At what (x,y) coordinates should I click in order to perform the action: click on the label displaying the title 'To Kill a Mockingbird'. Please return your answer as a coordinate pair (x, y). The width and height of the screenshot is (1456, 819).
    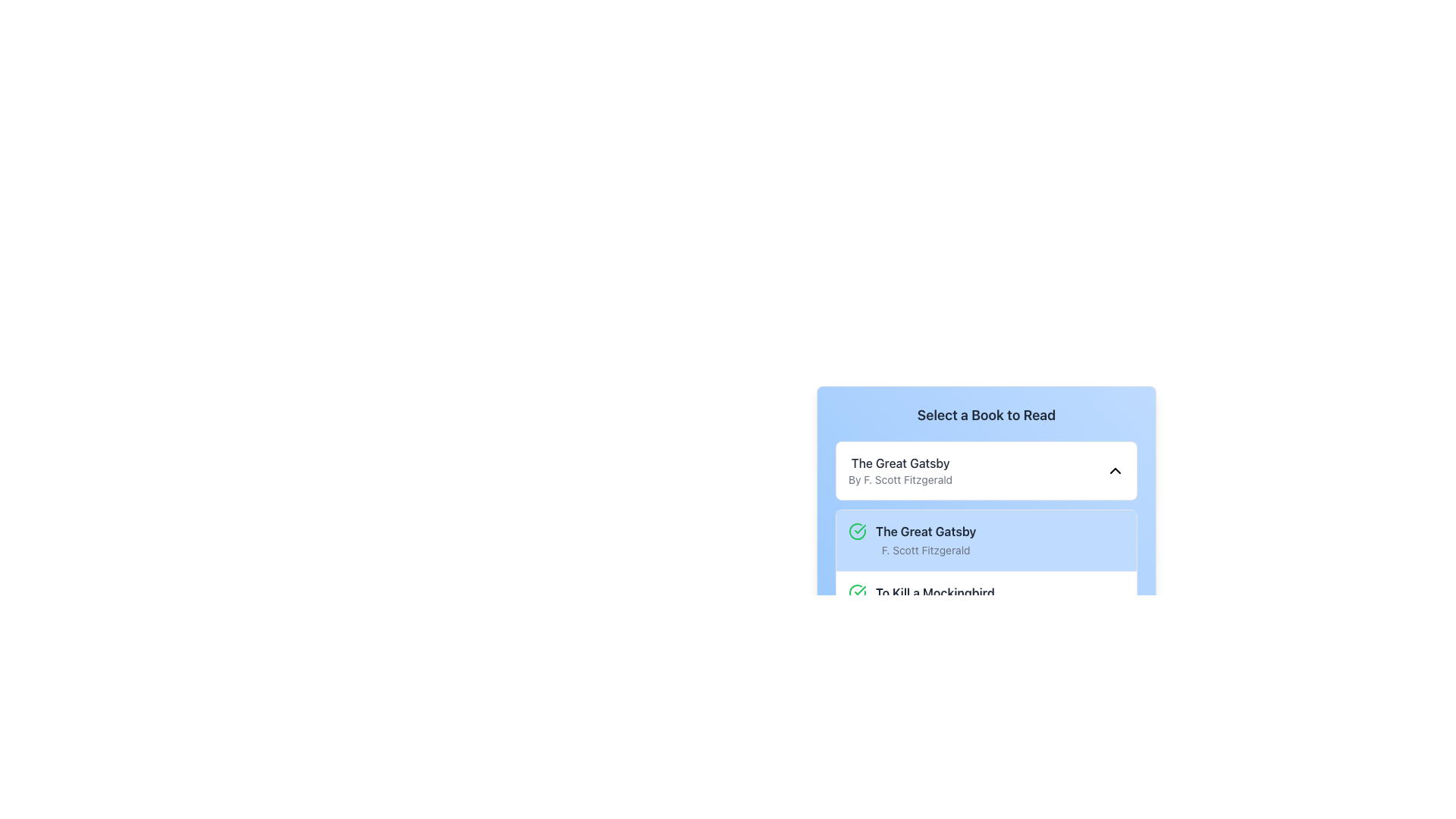
    Looking at the image, I should click on (934, 592).